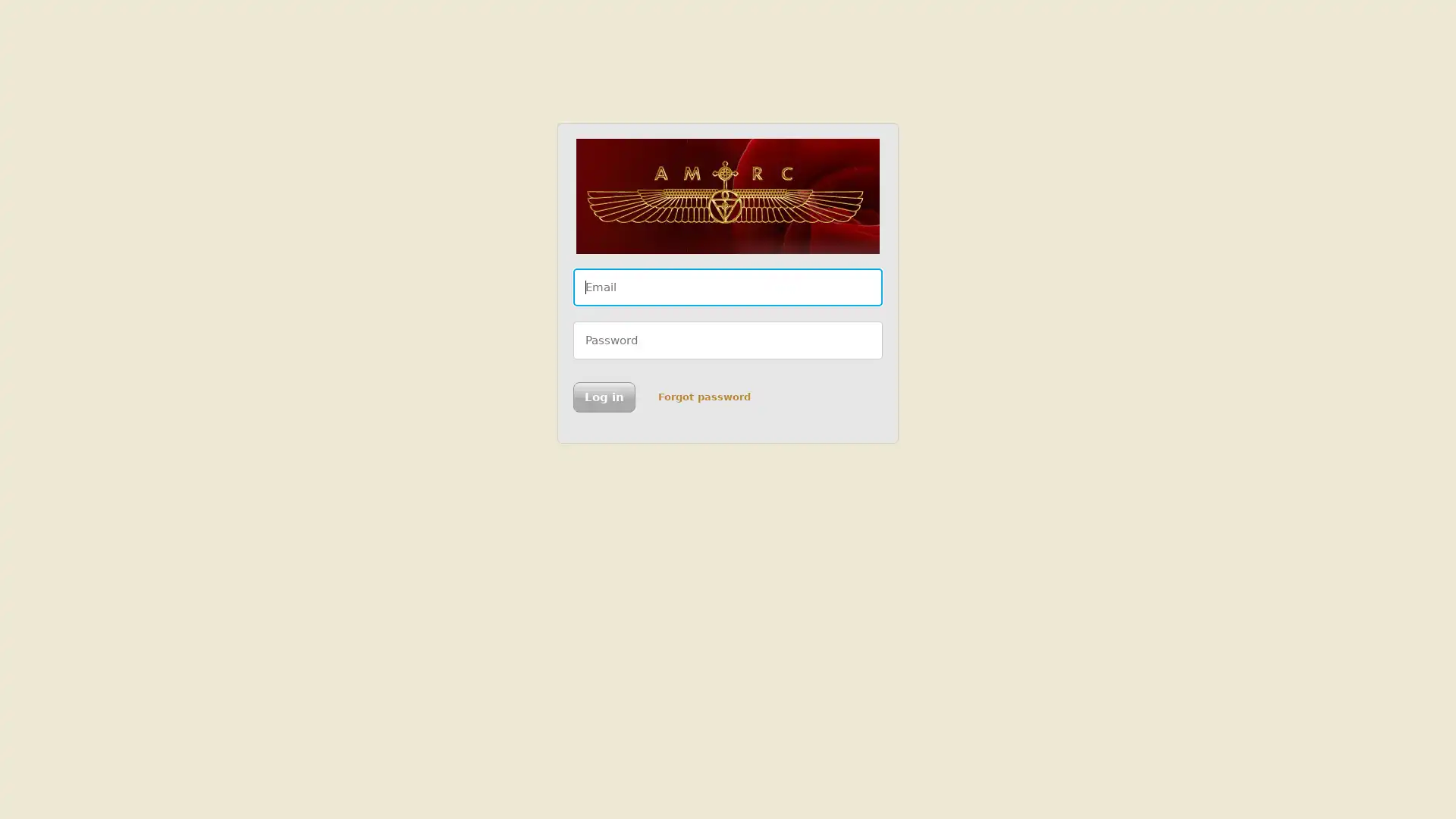 The image size is (1456, 819). What do you see at coordinates (603, 397) in the screenshot?
I see `Log in` at bounding box center [603, 397].